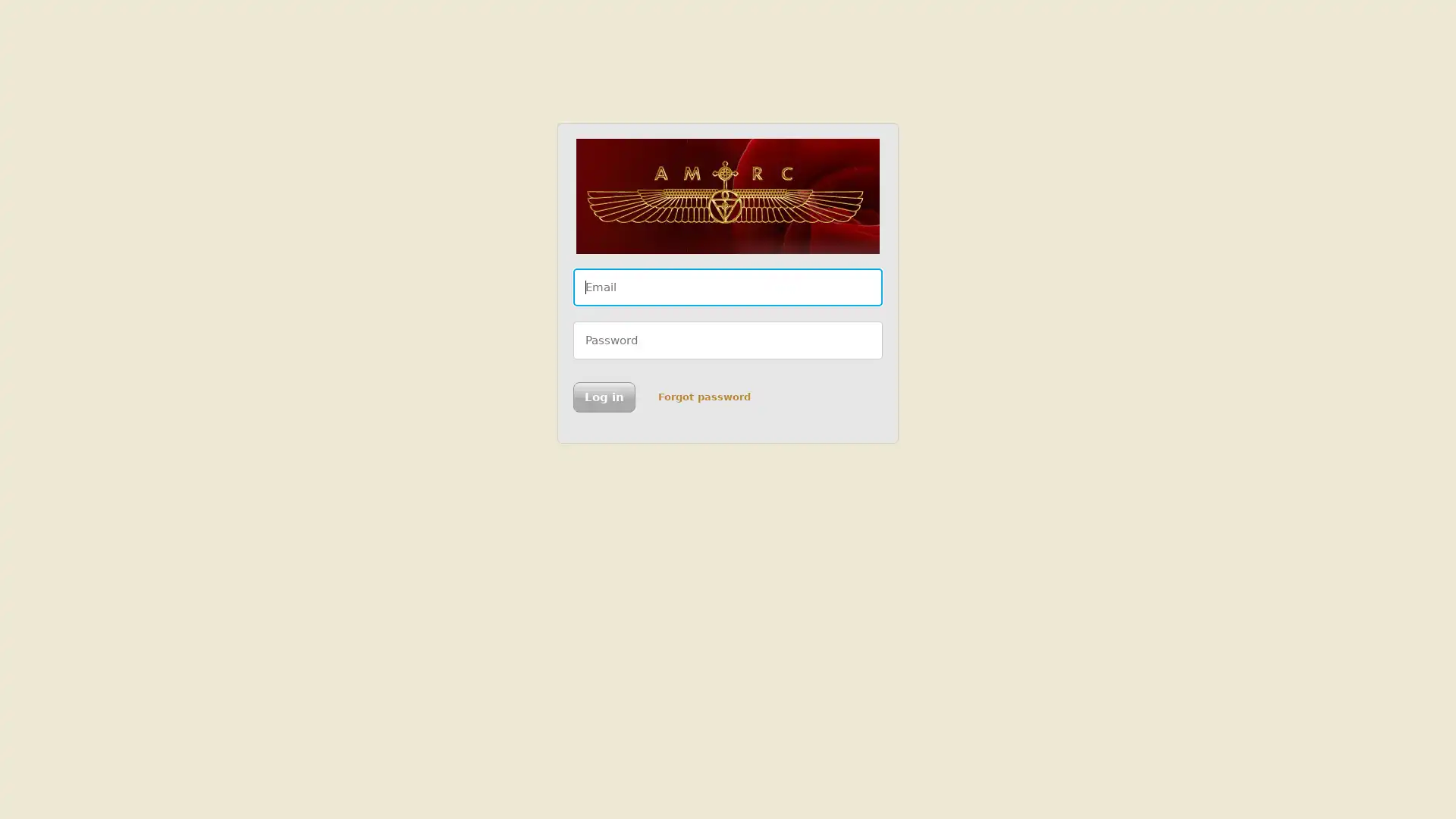 The image size is (1456, 819). What do you see at coordinates (603, 397) in the screenshot?
I see `Log in` at bounding box center [603, 397].